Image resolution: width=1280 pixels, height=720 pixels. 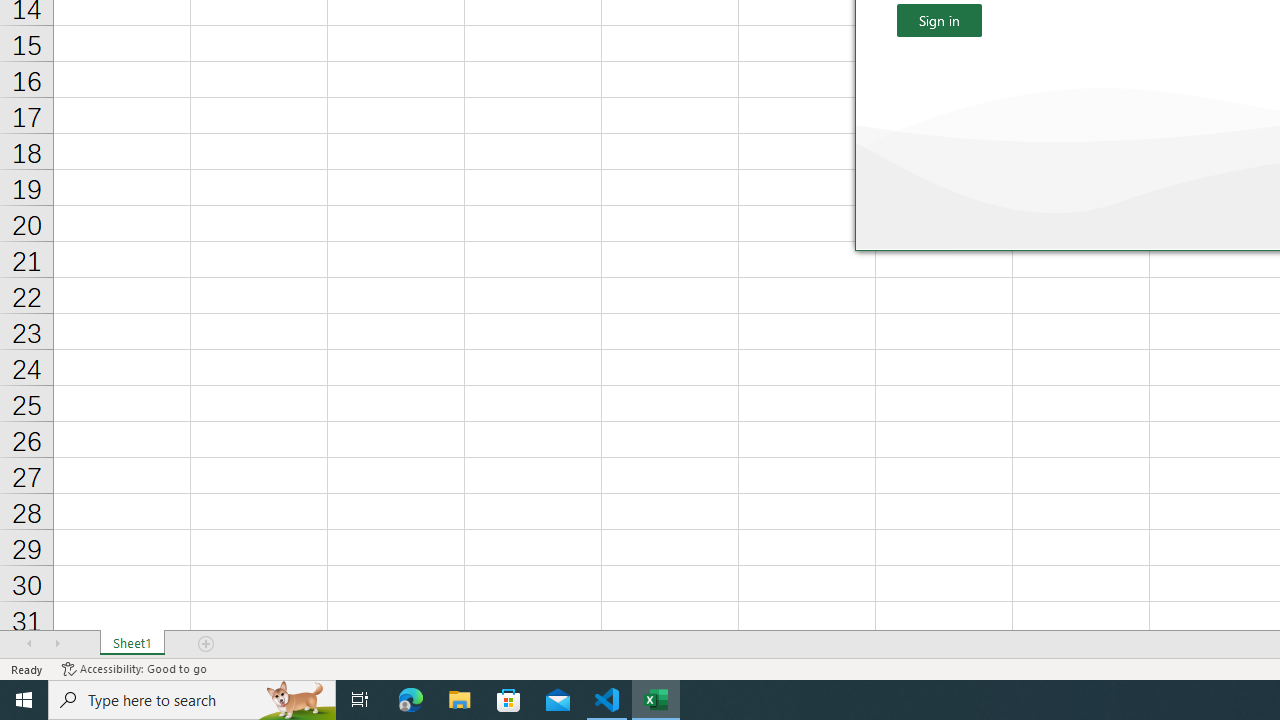 I want to click on 'Microsoft Edge', so click(x=410, y=698).